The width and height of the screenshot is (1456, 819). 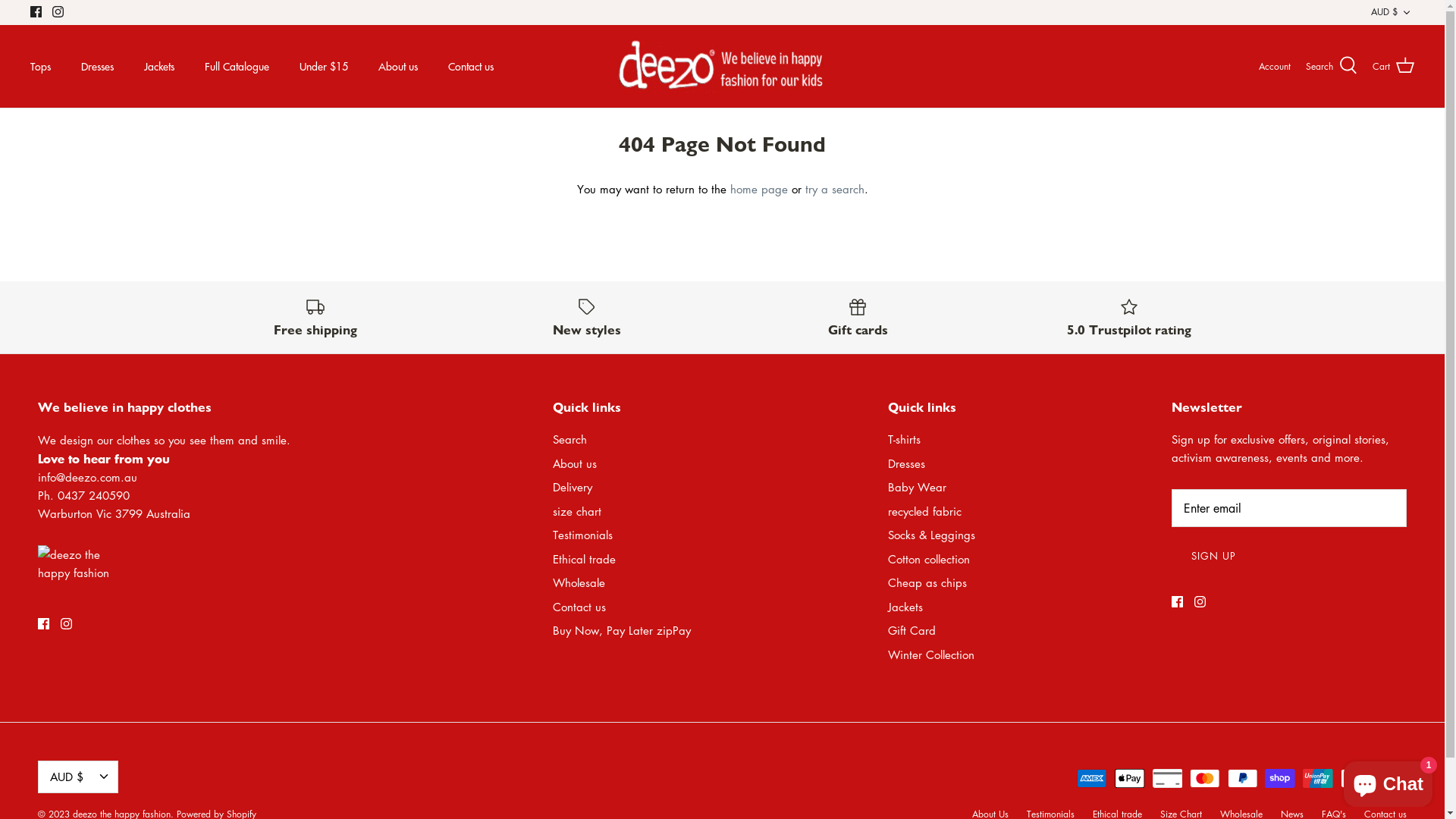 What do you see at coordinates (1393, 65) in the screenshot?
I see `'Cart'` at bounding box center [1393, 65].